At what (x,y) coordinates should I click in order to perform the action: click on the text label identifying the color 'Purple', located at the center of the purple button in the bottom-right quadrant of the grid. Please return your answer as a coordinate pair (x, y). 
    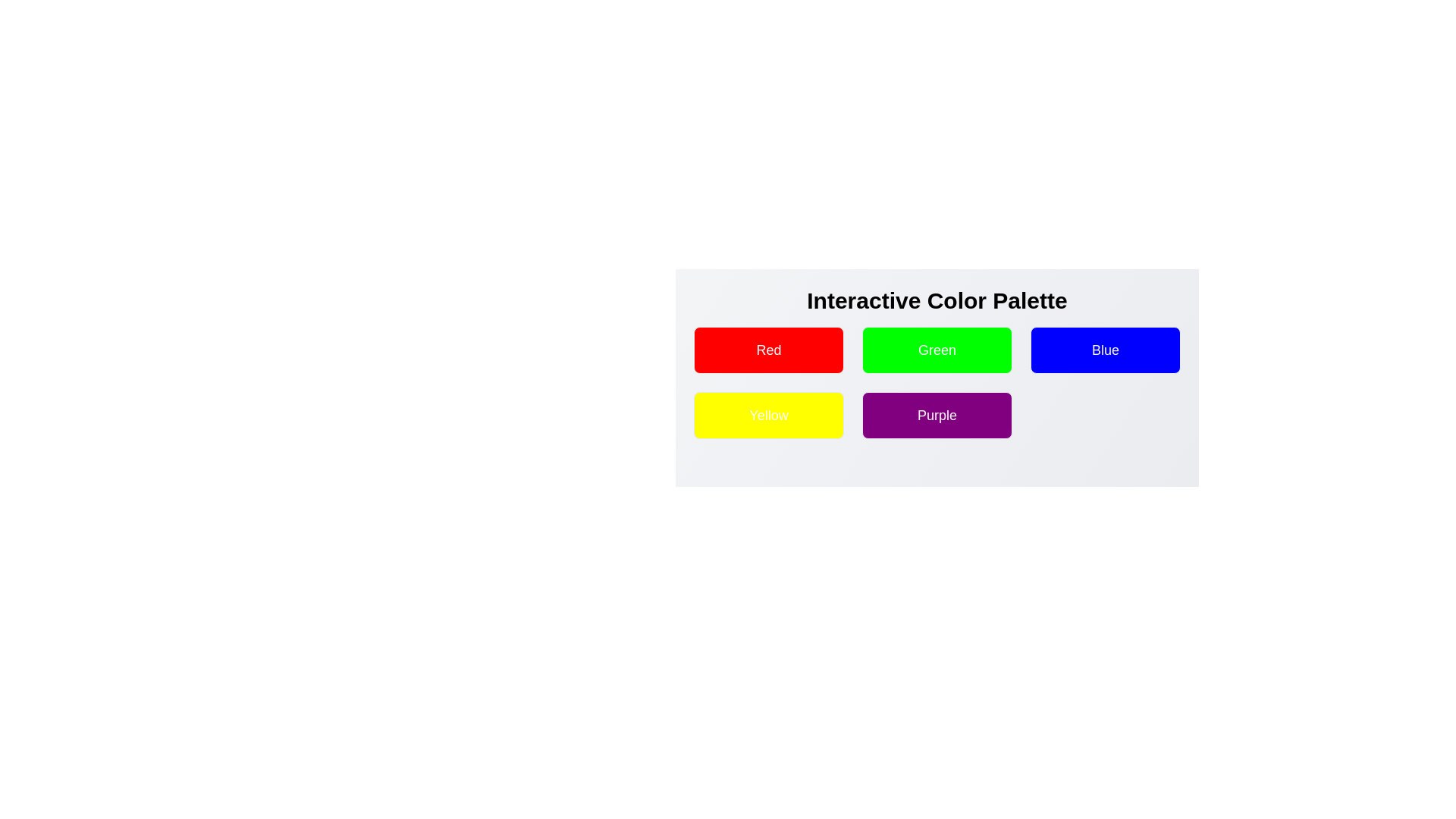
    Looking at the image, I should click on (937, 415).